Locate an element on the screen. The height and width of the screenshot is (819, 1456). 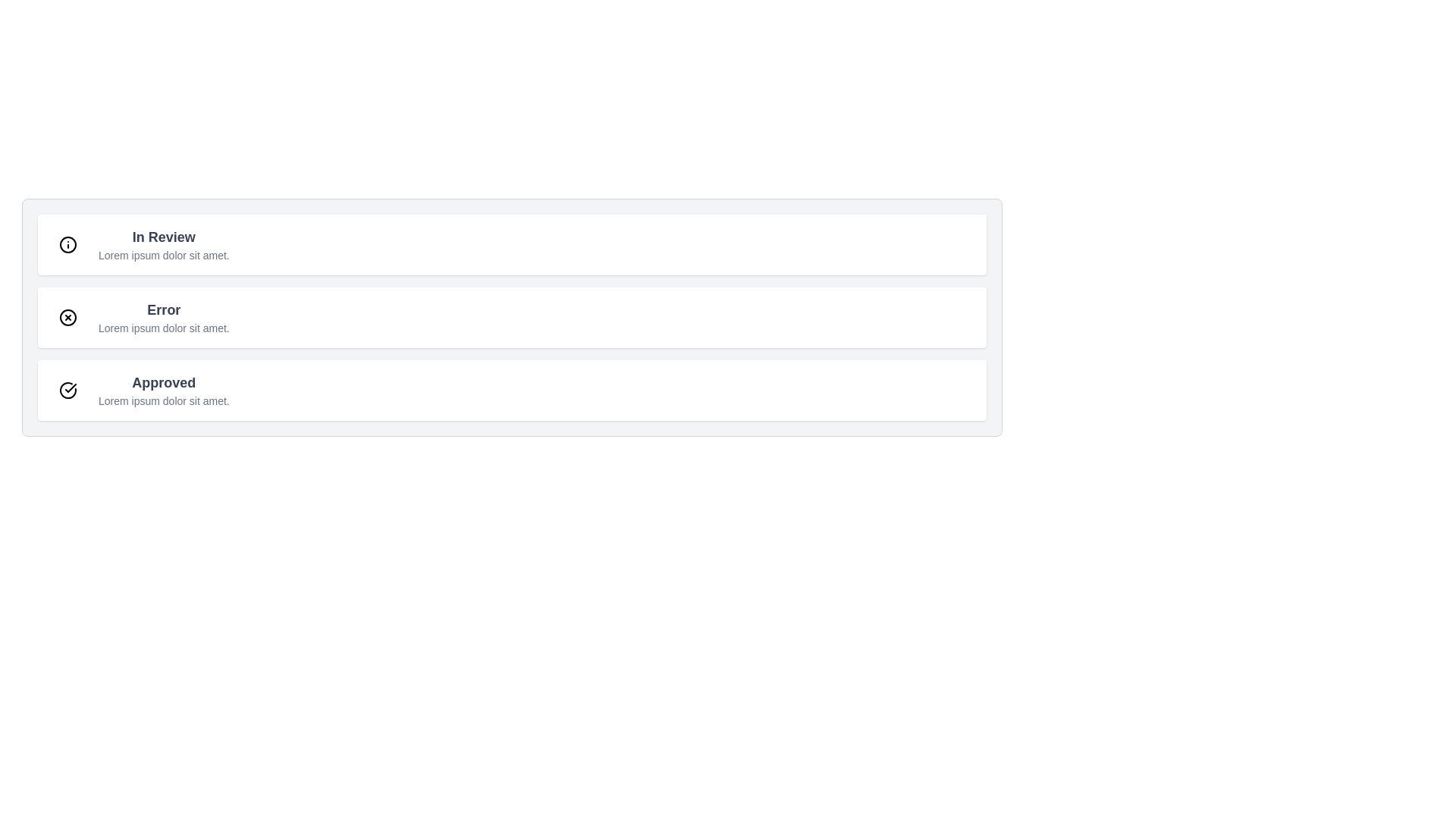
the circular segment of the status icon indicating approval, located to the left of the label 'Approved' in the last box of a three-item list is located at coordinates (67, 390).